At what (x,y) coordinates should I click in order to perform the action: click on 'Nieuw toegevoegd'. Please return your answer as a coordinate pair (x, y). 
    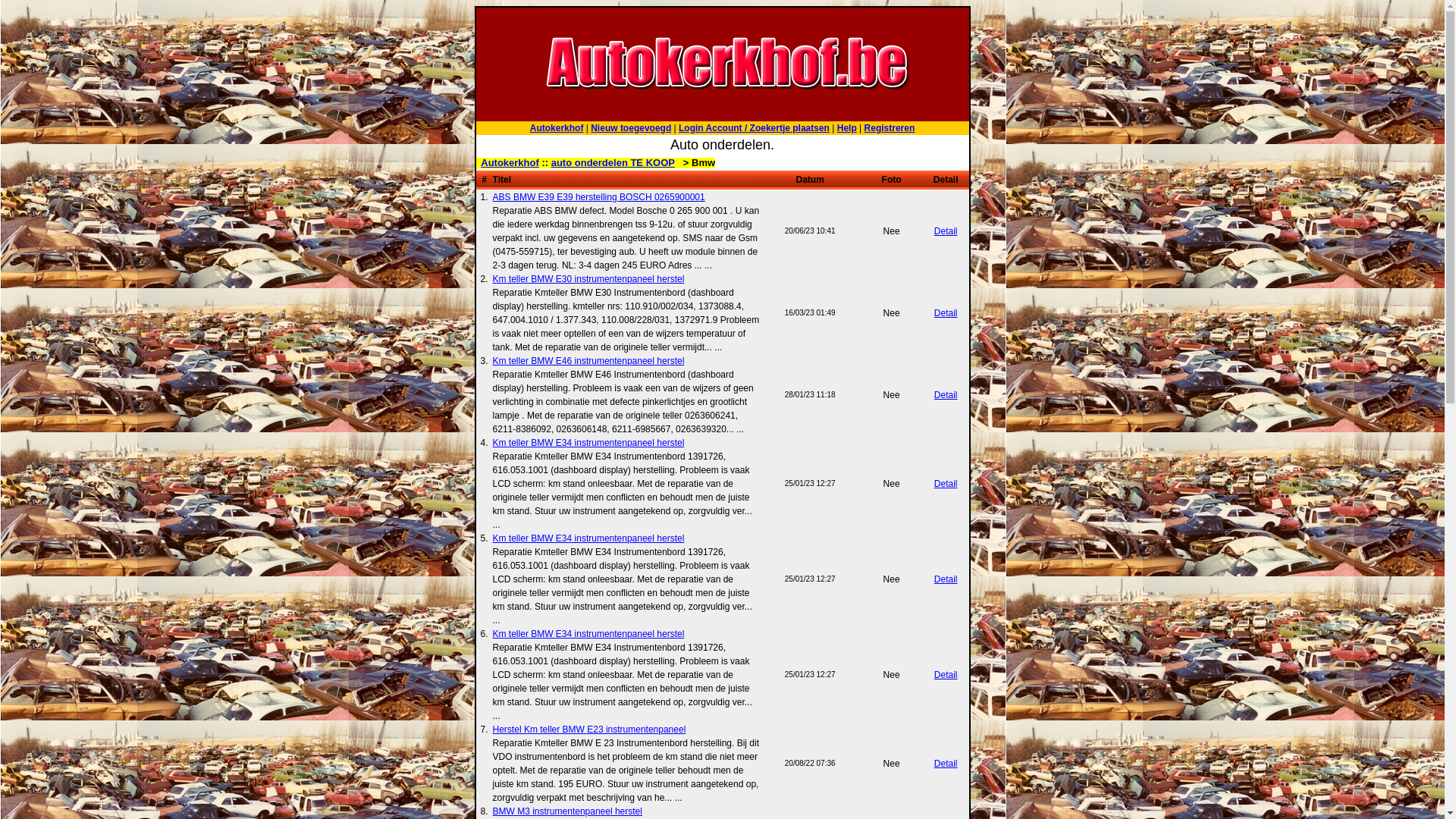
    Looking at the image, I should click on (630, 127).